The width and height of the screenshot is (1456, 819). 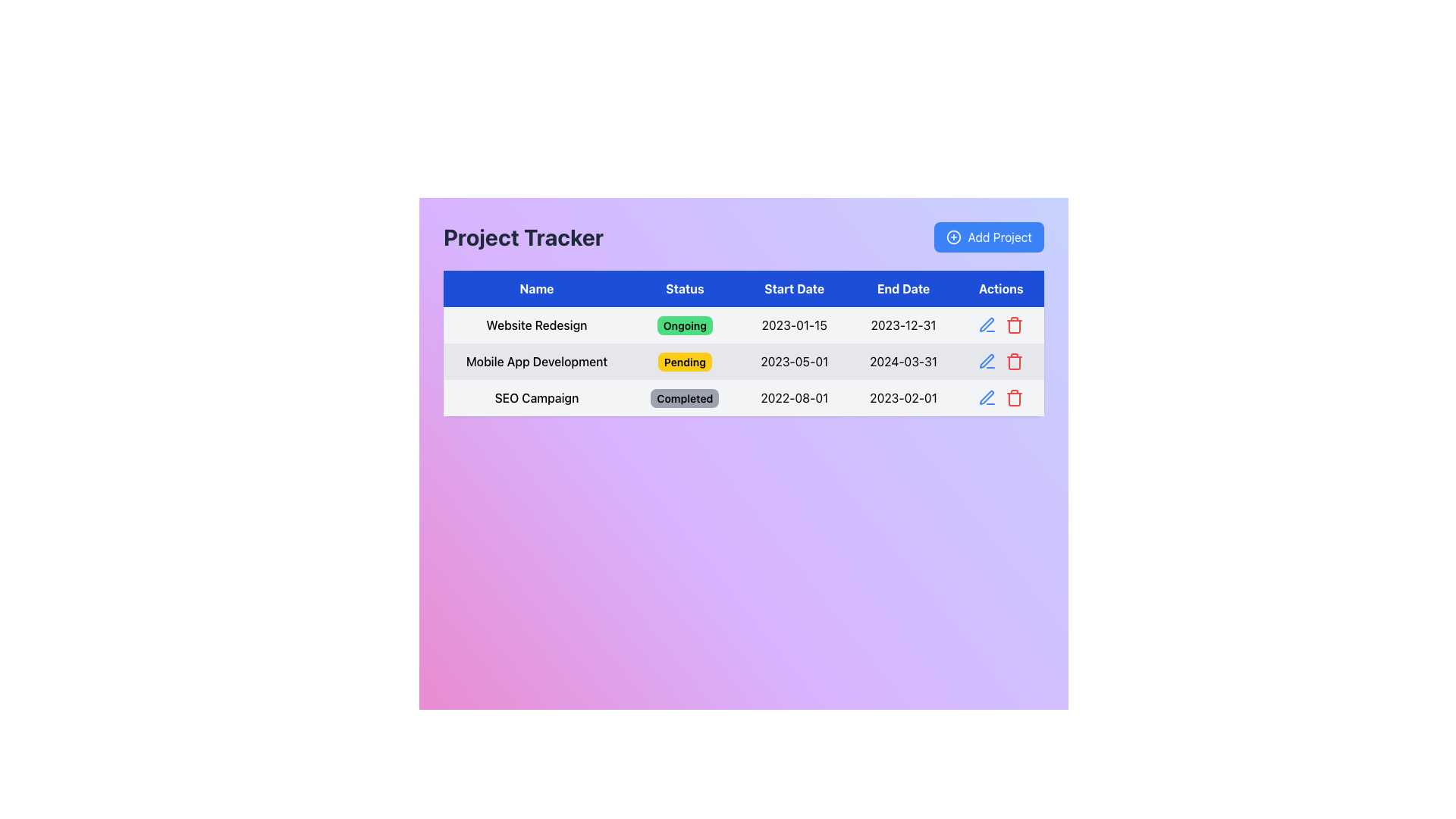 What do you see at coordinates (793, 289) in the screenshot?
I see `the blue cell containing the white text 'Start Date', which is the third column header in the table positioned between 'Status' and 'End Date'` at bounding box center [793, 289].